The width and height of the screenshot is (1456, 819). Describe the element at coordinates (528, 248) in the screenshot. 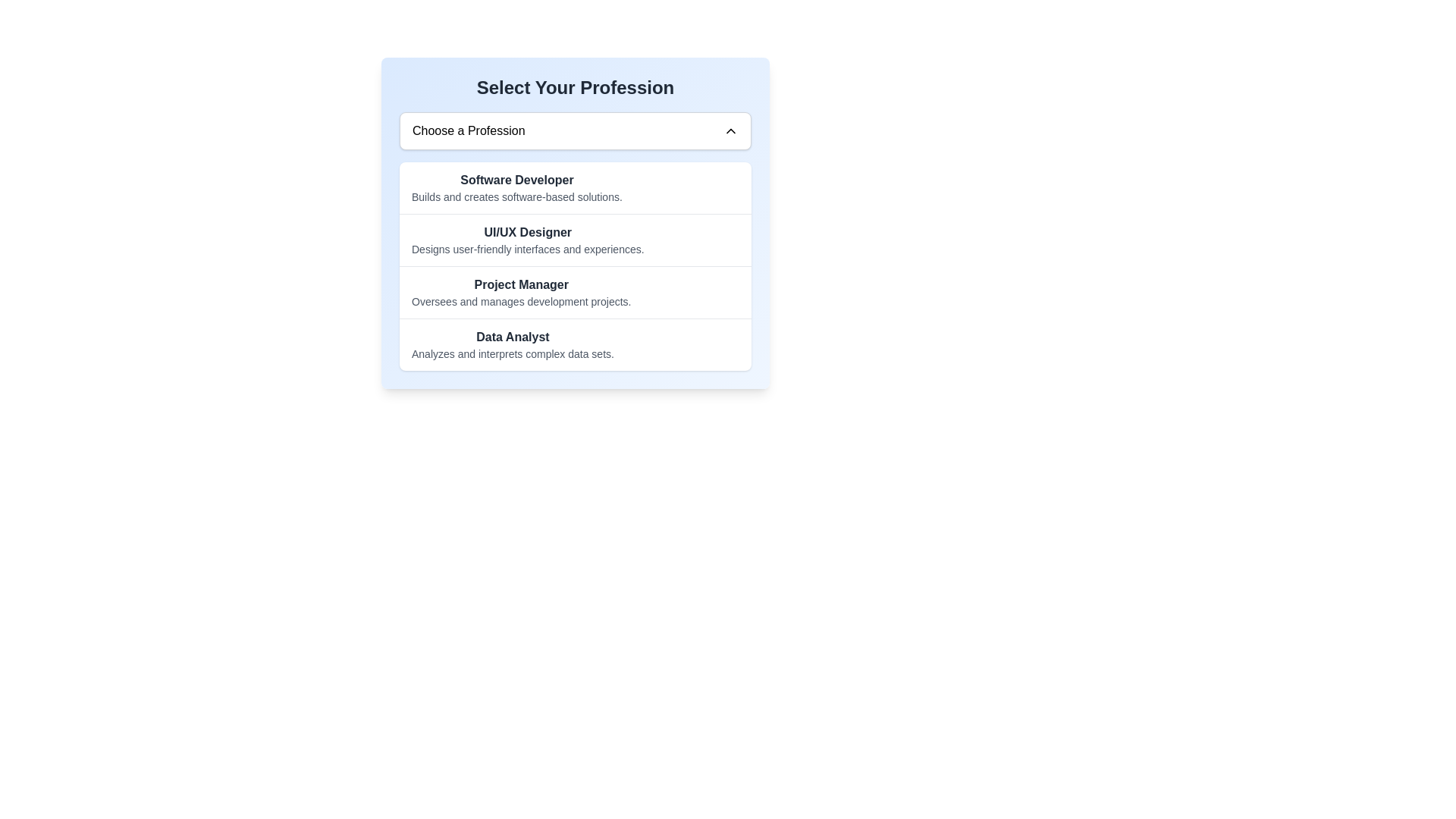

I see `the text label that reads 'Designs user-friendly interfaces and experiences.', which is styled in small gray font and positioned below the 'UI/UX Designer' text` at that location.